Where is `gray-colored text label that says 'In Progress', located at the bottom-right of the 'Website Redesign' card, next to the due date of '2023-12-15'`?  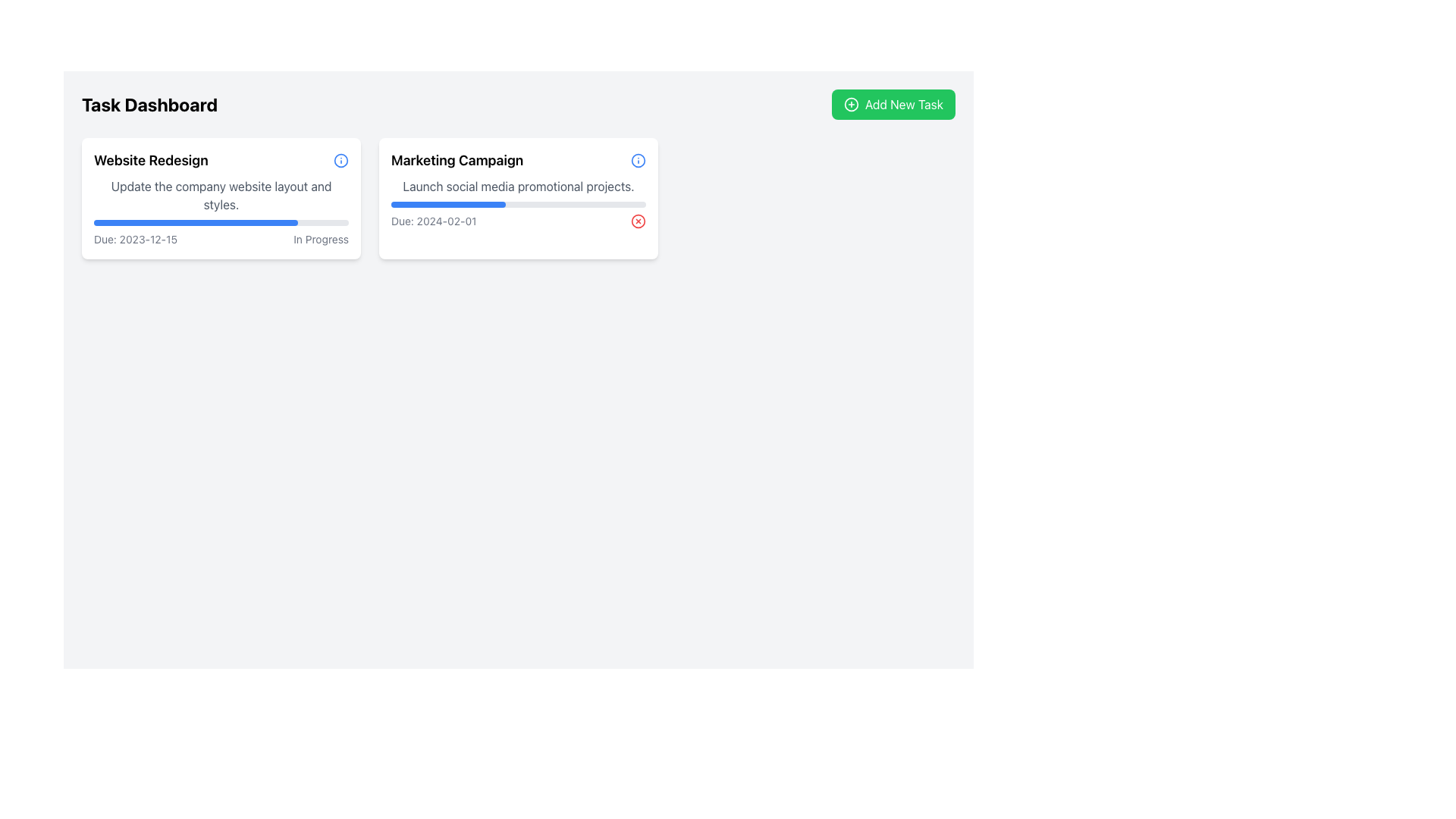 gray-colored text label that says 'In Progress', located at the bottom-right of the 'Website Redesign' card, next to the due date of '2023-12-15' is located at coordinates (320, 239).